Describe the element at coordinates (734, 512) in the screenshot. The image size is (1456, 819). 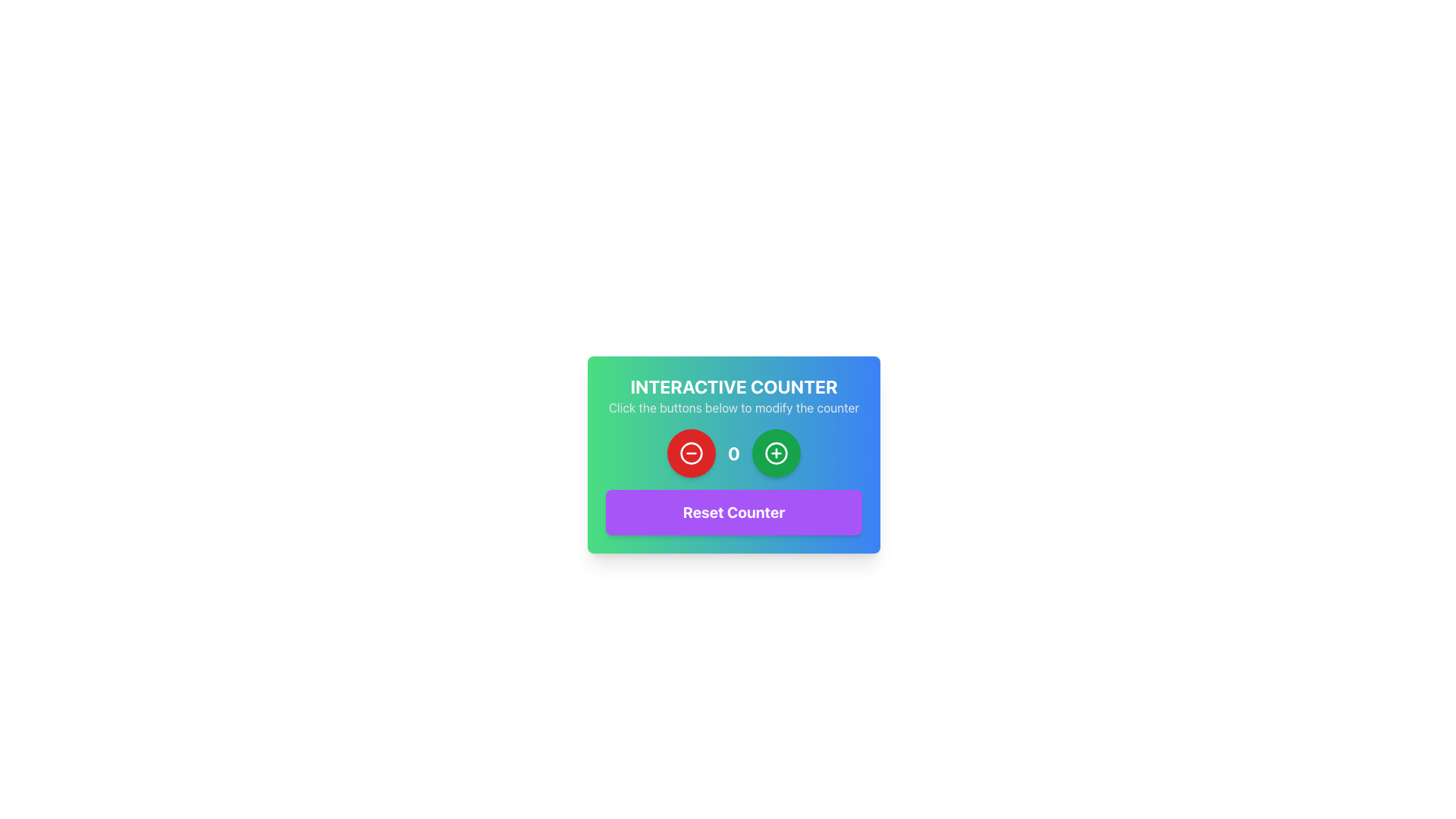
I see `the 'Reset Counter' button, which is a prominent rectangular button with rounded corners, purple background, and white bold text, located at the bottom-center of the card interface` at that location.